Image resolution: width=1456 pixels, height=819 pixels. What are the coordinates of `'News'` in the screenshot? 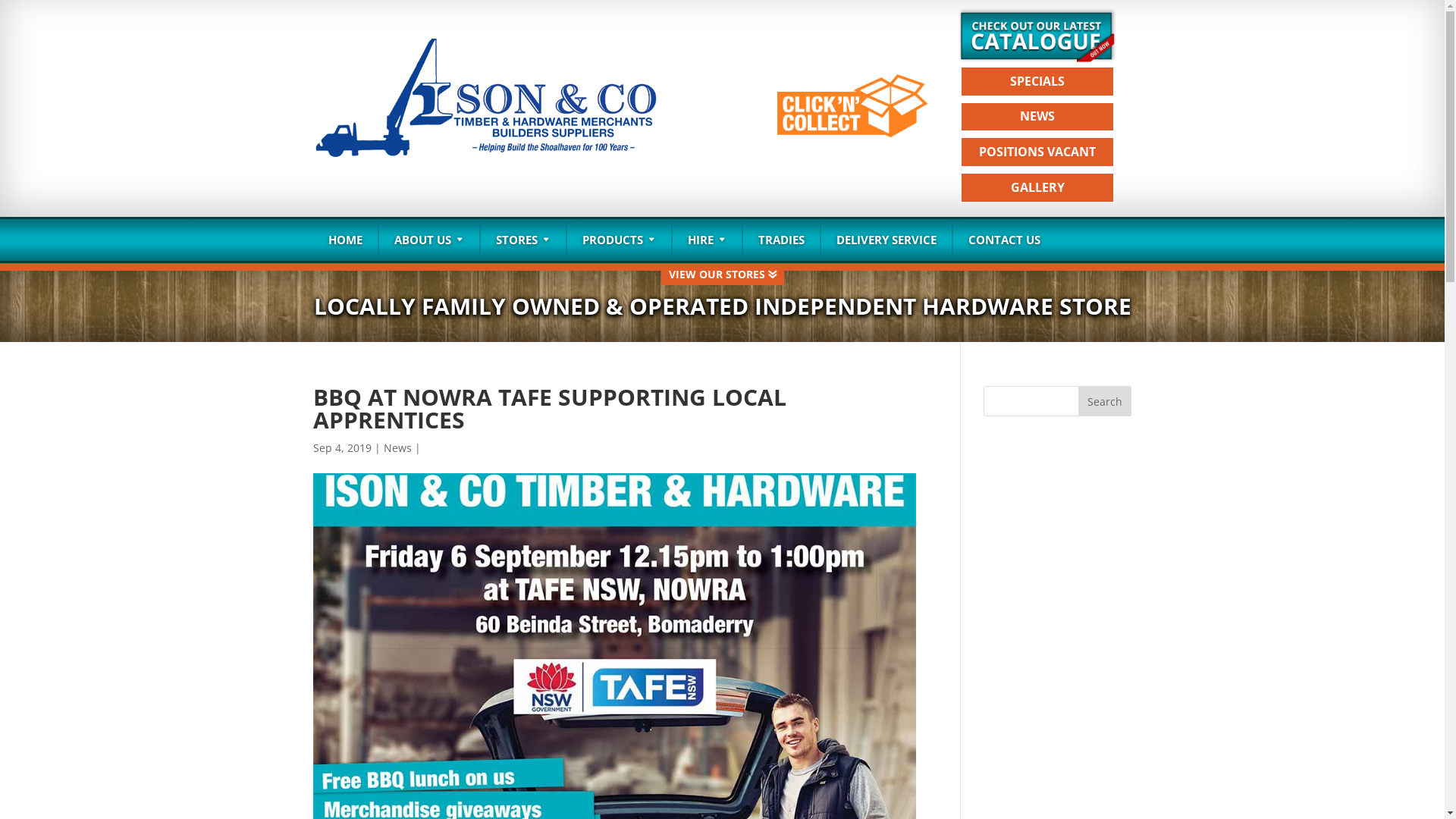 It's located at (397, 447).